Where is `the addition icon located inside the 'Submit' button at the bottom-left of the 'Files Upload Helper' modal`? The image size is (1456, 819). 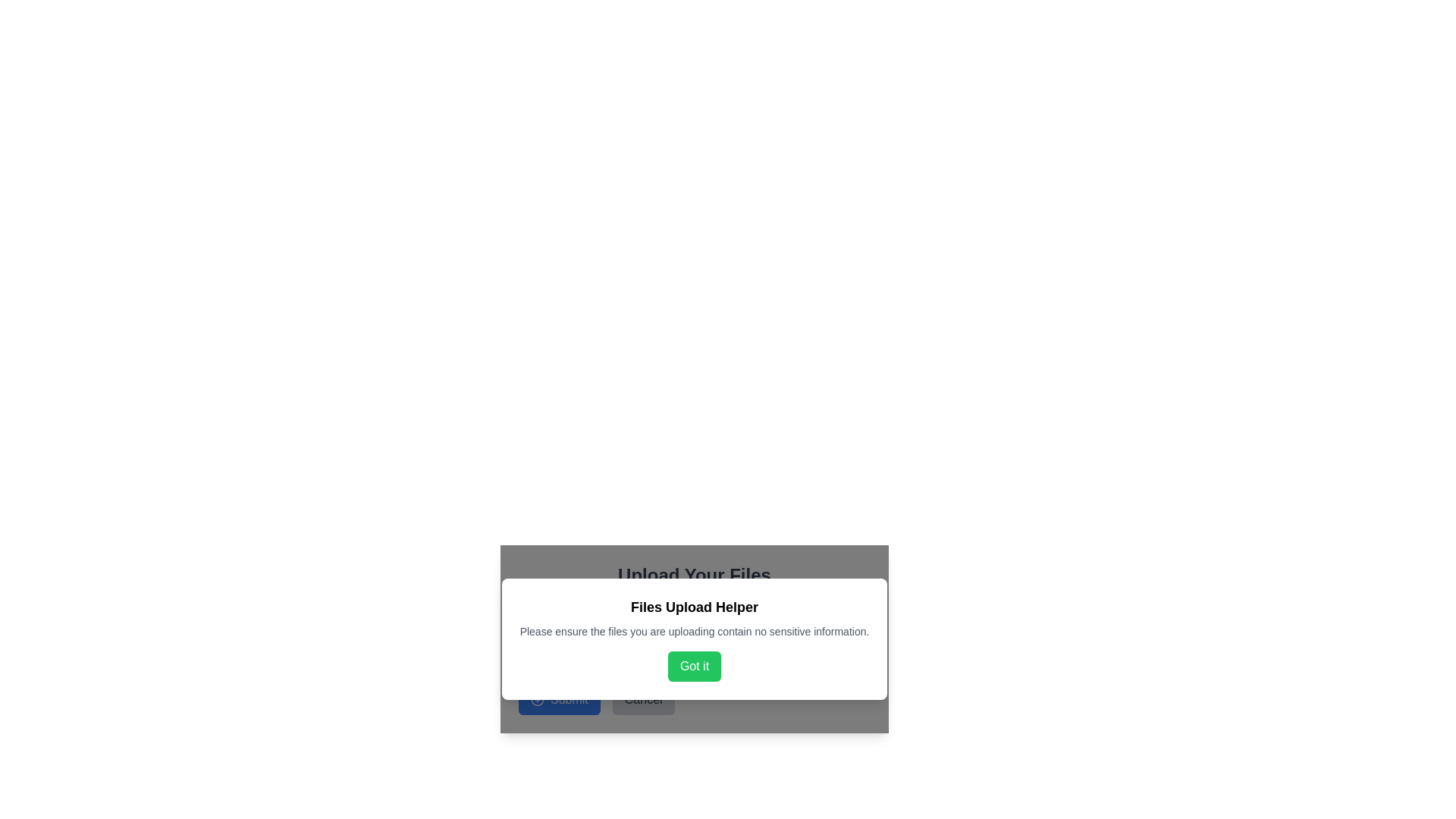 the addition icon located inside the 'Submit' button at the bottom-left of the 'Files Upload Helper' modal is located at coordinates (538, 699).